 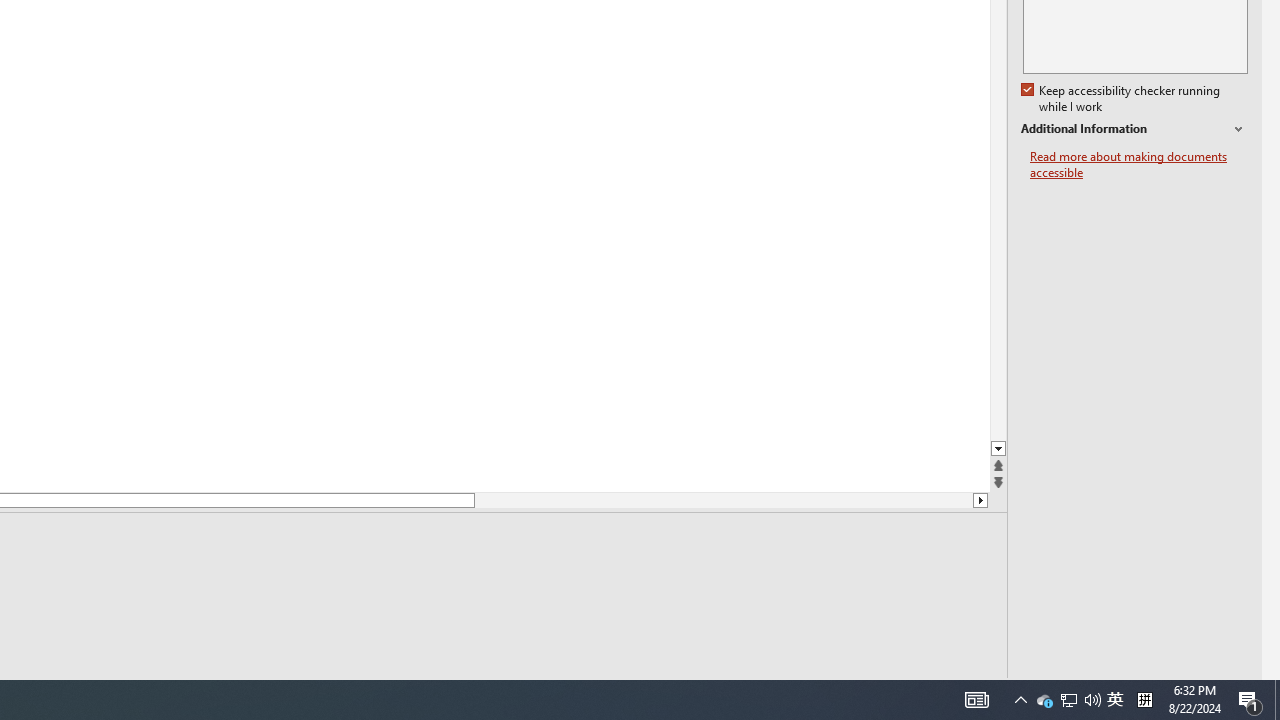 I want to click on 'Additional Information', so click(x=1134, y=129).